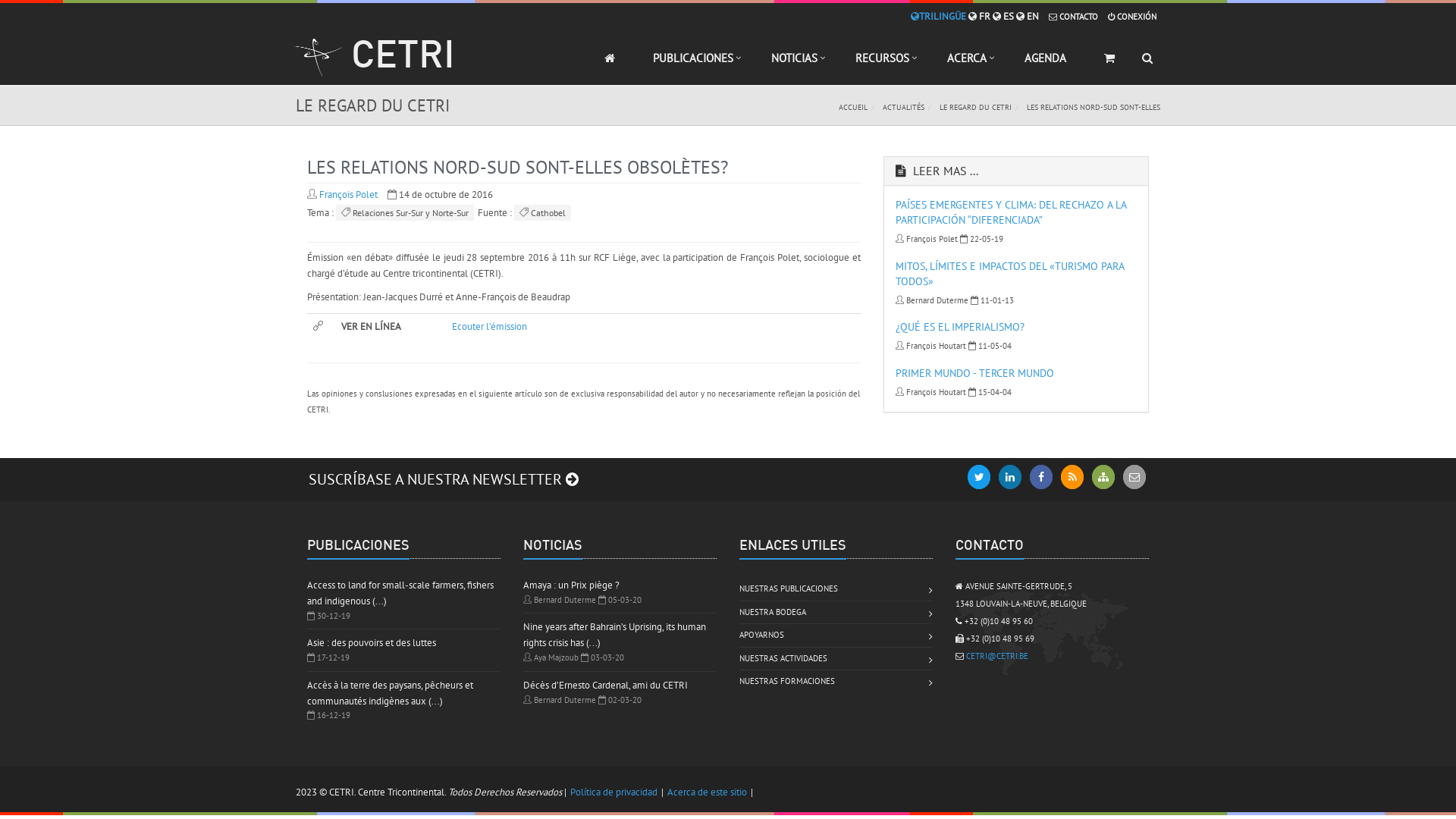 This screenshot has width=1456, height=819. I want to click on 'CETRI@CETRI.BE', so click(997, 654).